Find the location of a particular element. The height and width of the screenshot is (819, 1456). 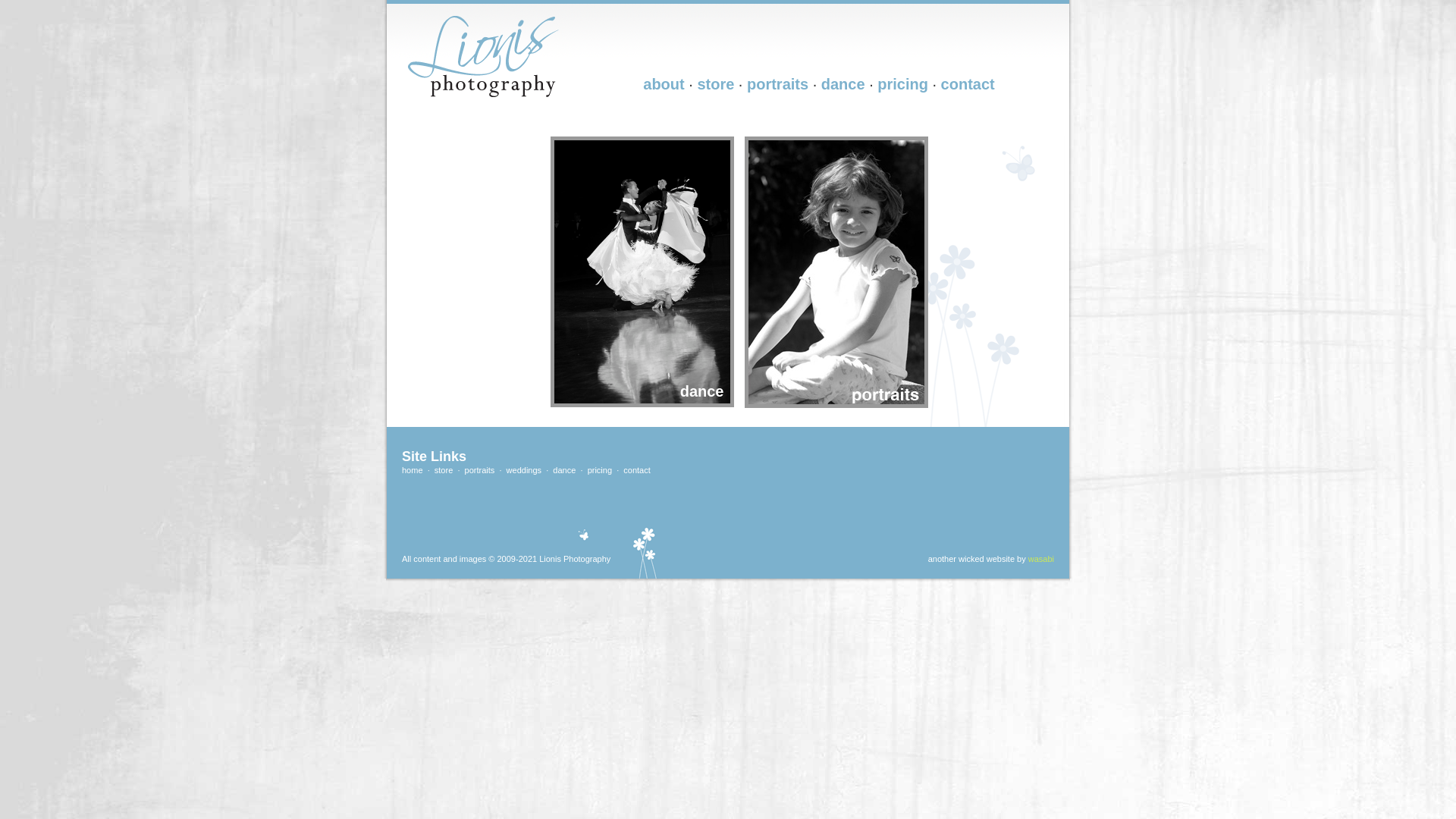

'contact' is located at coordinates (636, 469).